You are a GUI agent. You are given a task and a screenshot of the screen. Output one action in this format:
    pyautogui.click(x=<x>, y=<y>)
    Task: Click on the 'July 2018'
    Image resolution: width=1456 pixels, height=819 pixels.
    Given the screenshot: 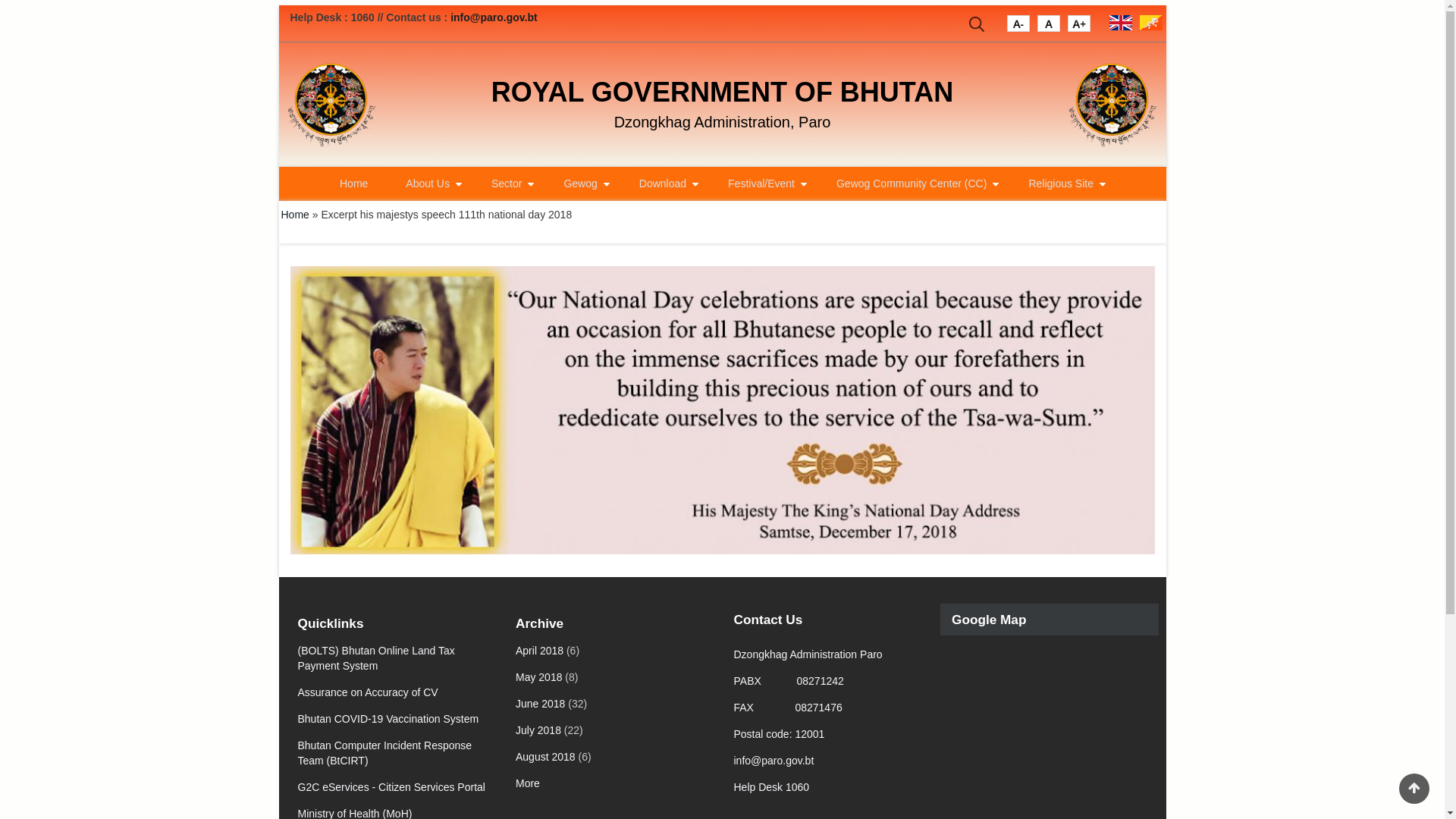 What is the action you would take?
    pyautogui.click(x=516, y=730)
    